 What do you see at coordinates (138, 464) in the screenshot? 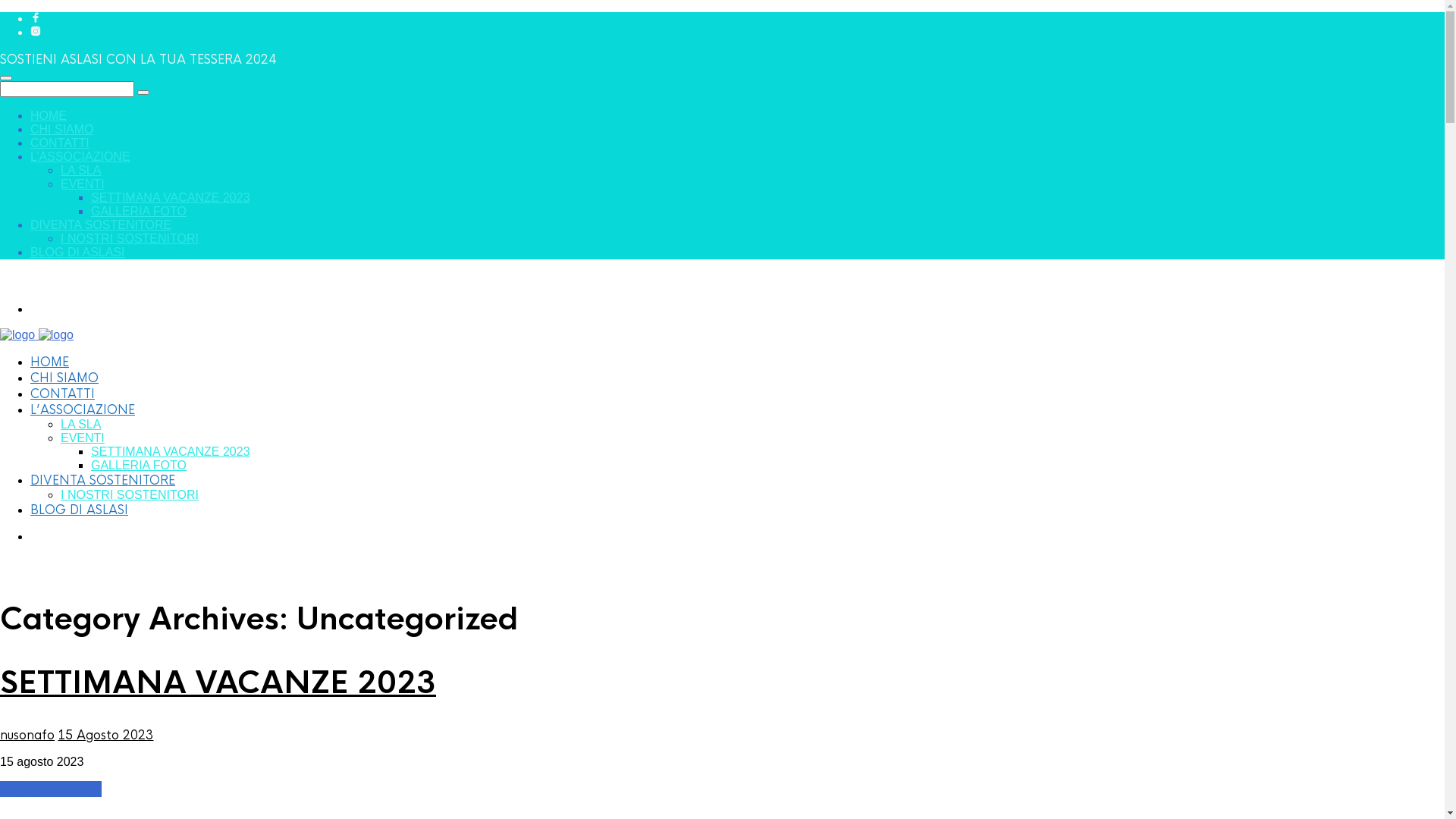
I see `'GALLERIA FOTO'` at bounding box center [138, 464].